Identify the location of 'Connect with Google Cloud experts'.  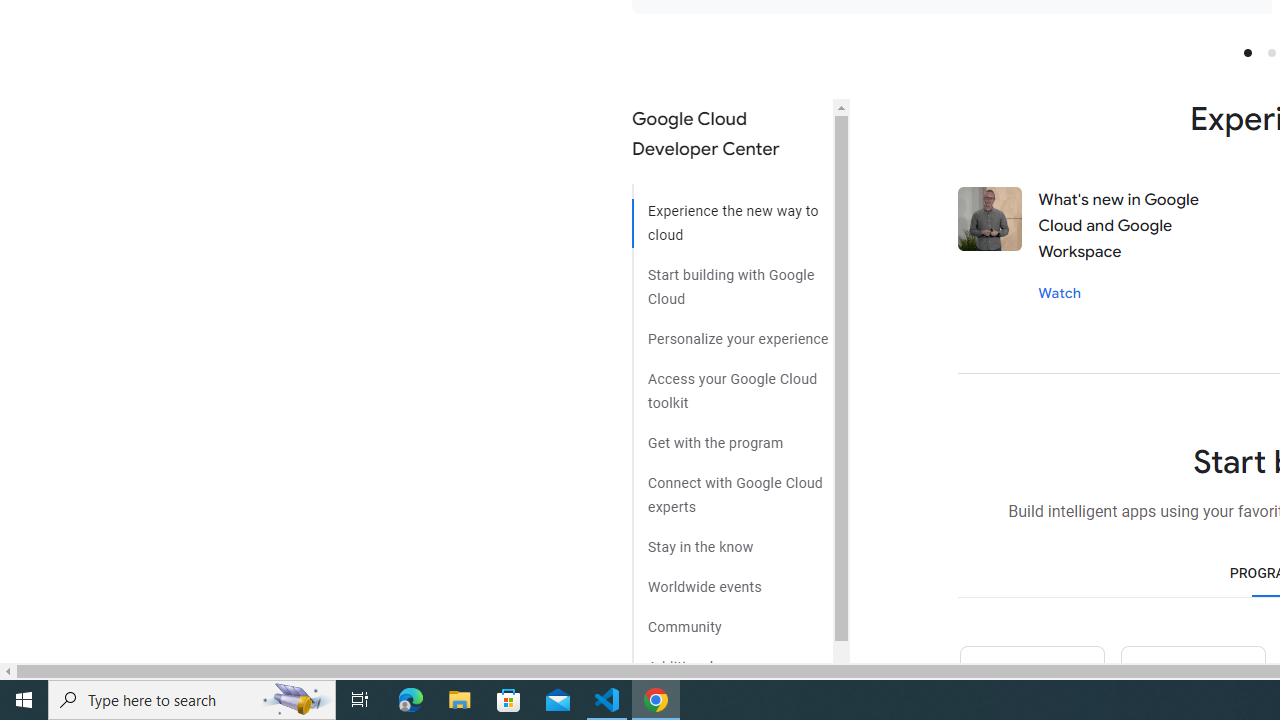
(731, 487).